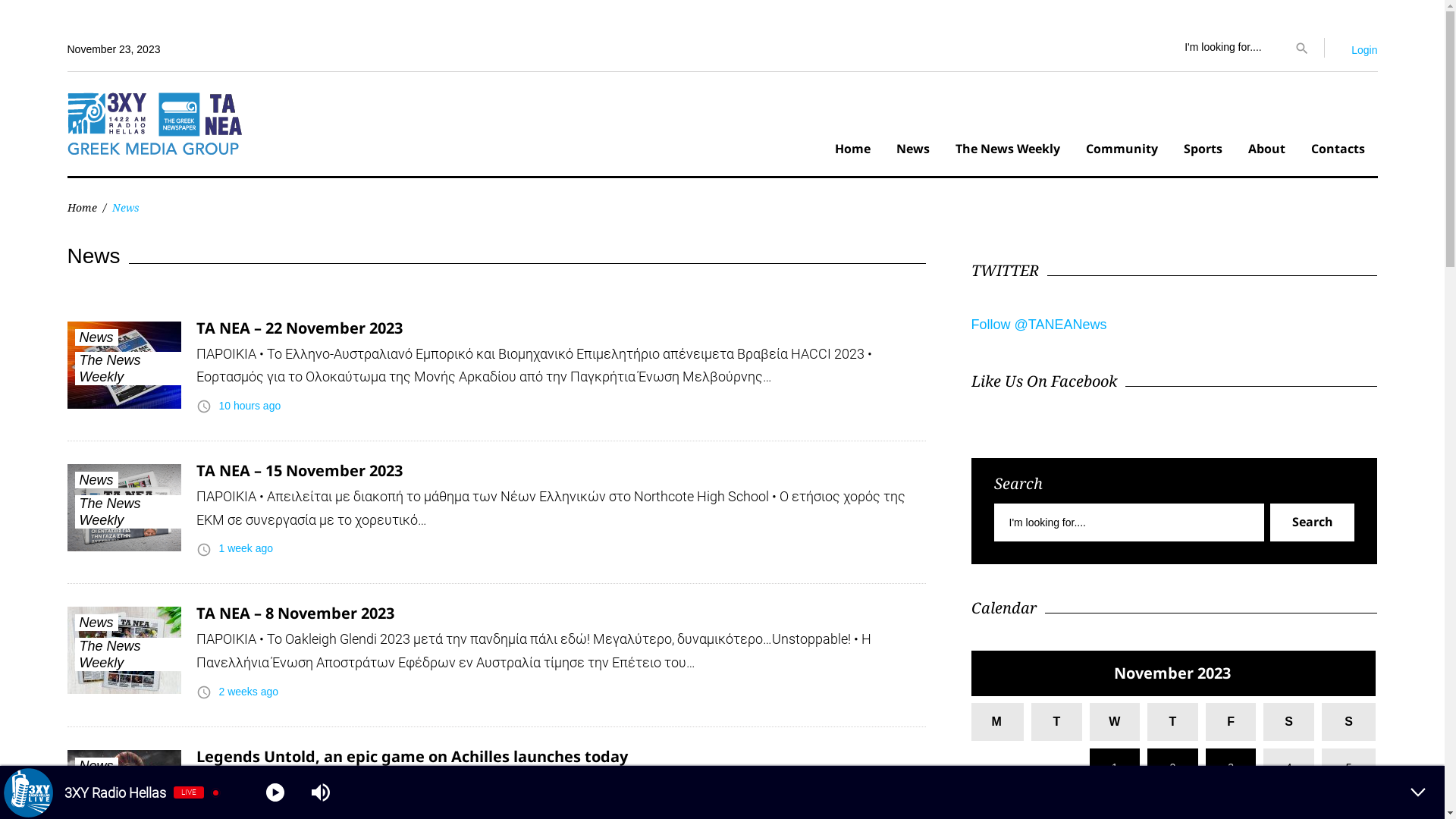 This screenshot has height=819, width=1456. I want to click on 'Home', so click(852, 151).